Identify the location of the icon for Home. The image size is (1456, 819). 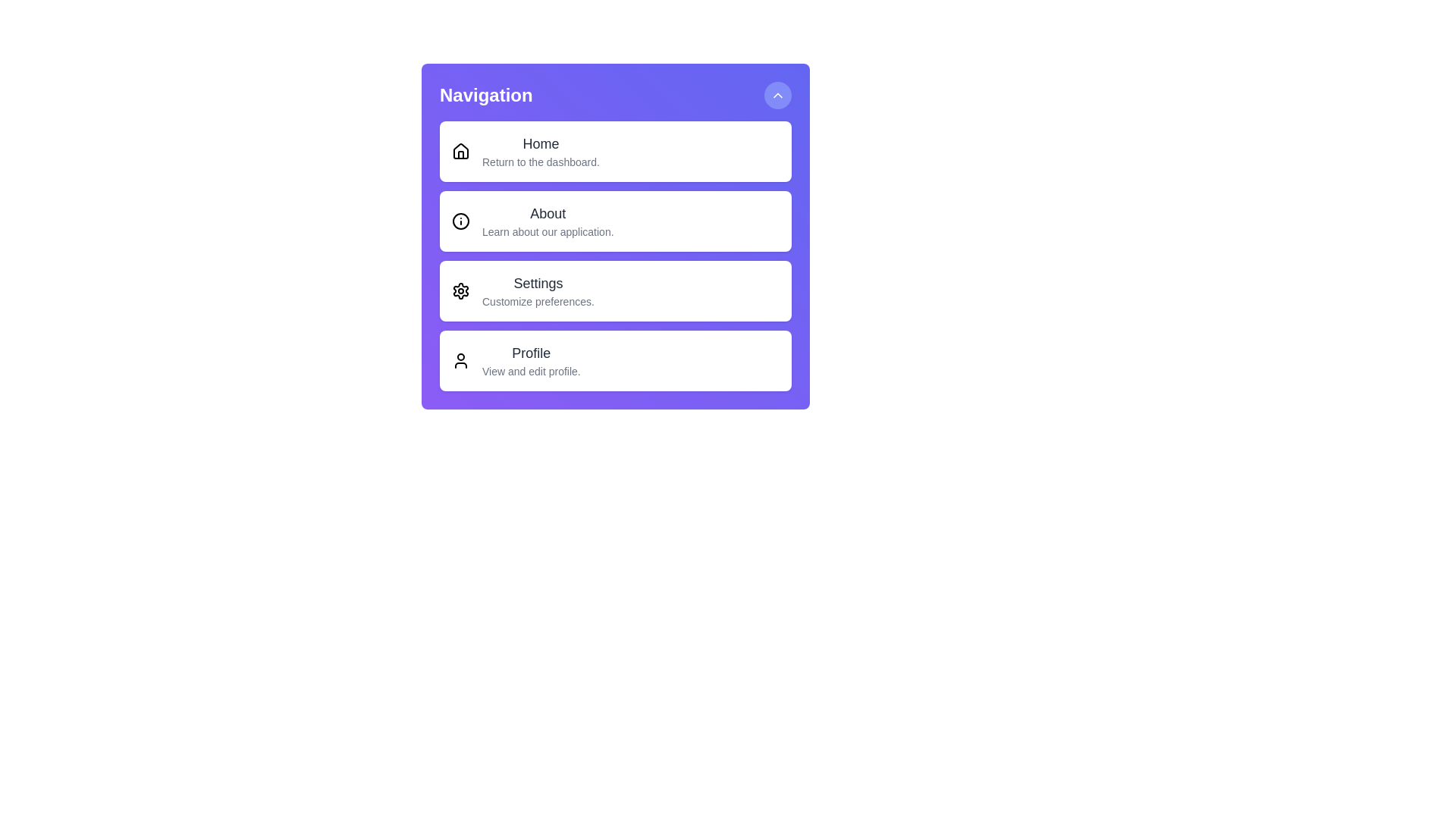
(460, 152).